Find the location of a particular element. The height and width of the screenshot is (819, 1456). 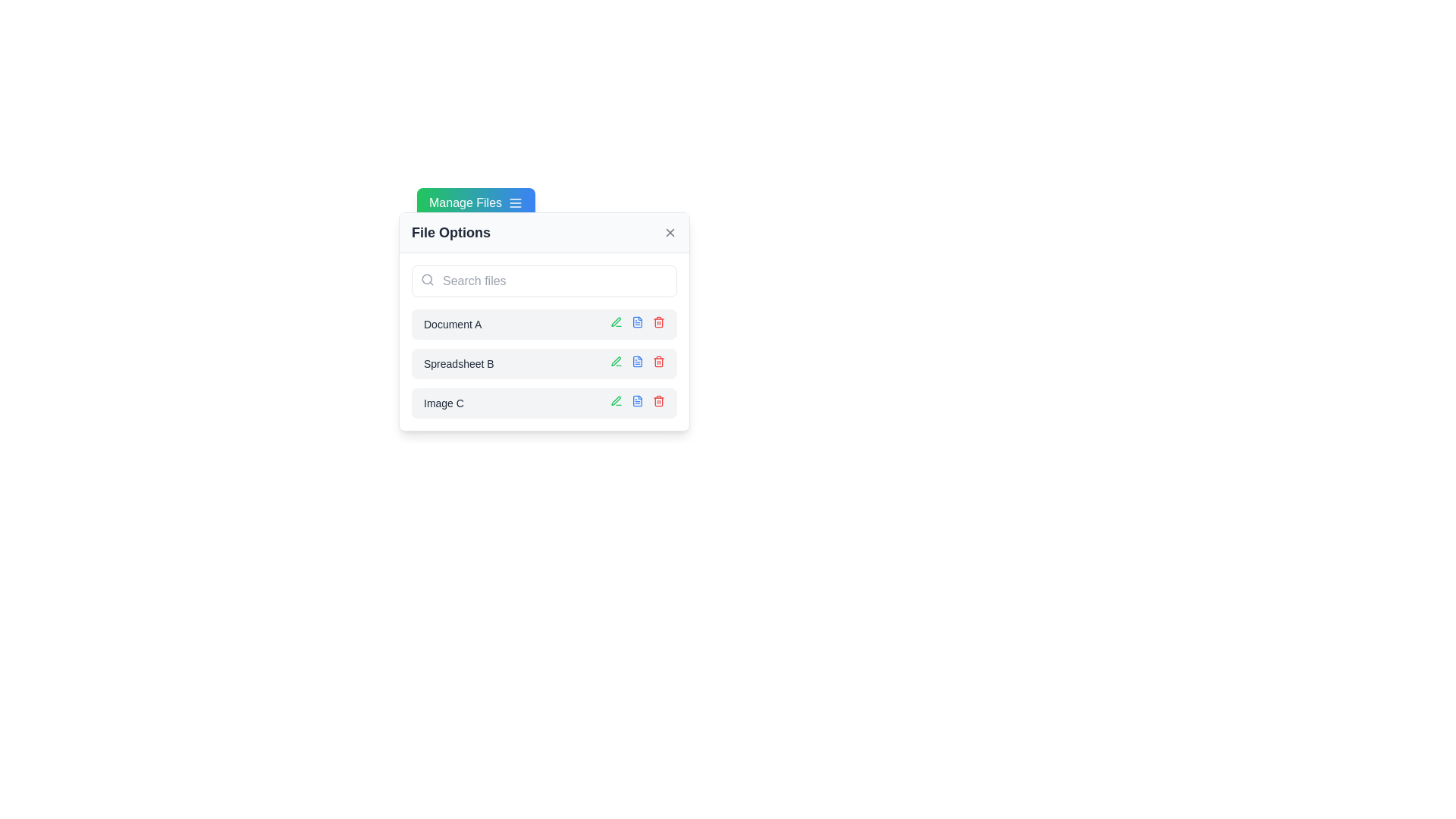

the document icon, which is the second icon in the horizontal grouping of icons on the right side of the 'Image C' row in the 'File Options' interface is located at coordinates (637, 400).